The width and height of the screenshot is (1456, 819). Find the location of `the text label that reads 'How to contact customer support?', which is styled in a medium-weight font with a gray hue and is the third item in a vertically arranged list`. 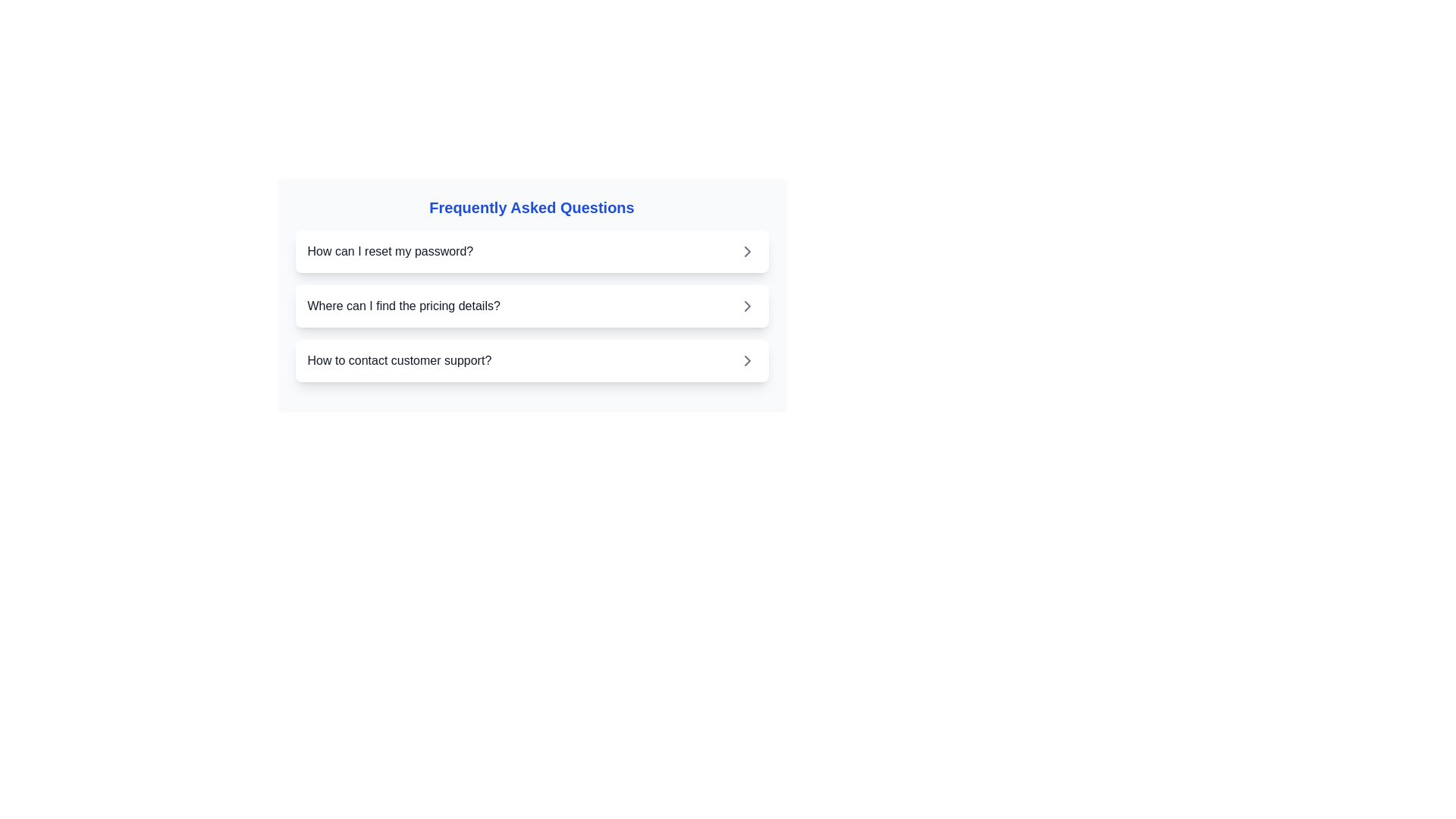

the text label that reads 'How to contact customer support?', which is styled in a medium-weight font with a gray hue and is the third item in a vertically arranged list is located at coordinates (399, 360).